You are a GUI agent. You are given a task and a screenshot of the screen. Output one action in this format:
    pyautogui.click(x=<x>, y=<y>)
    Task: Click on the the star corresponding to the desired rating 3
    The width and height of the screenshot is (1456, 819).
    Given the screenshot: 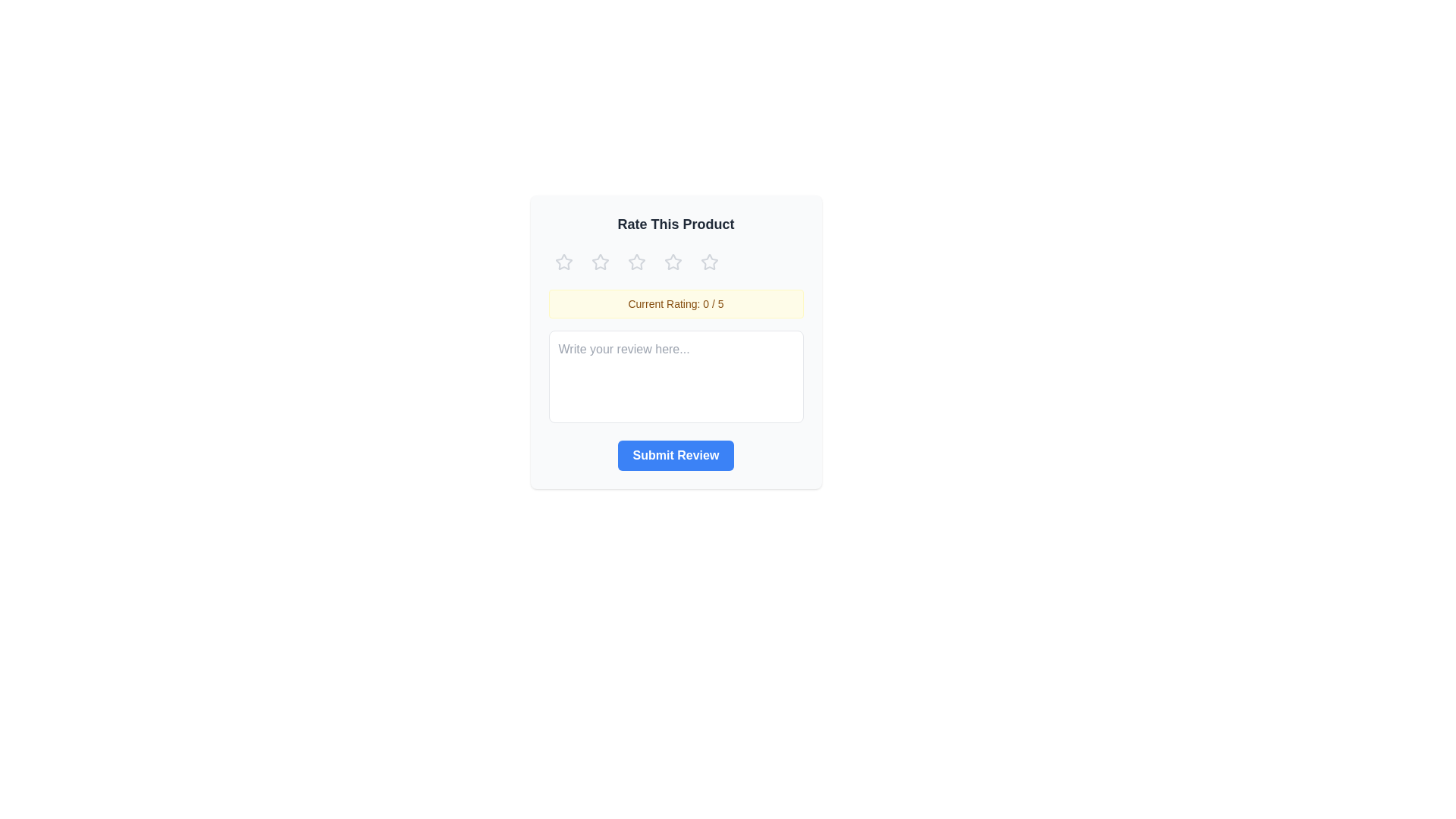 What is the action you would take?
    pyautogui.click(x=636, y=262)
    